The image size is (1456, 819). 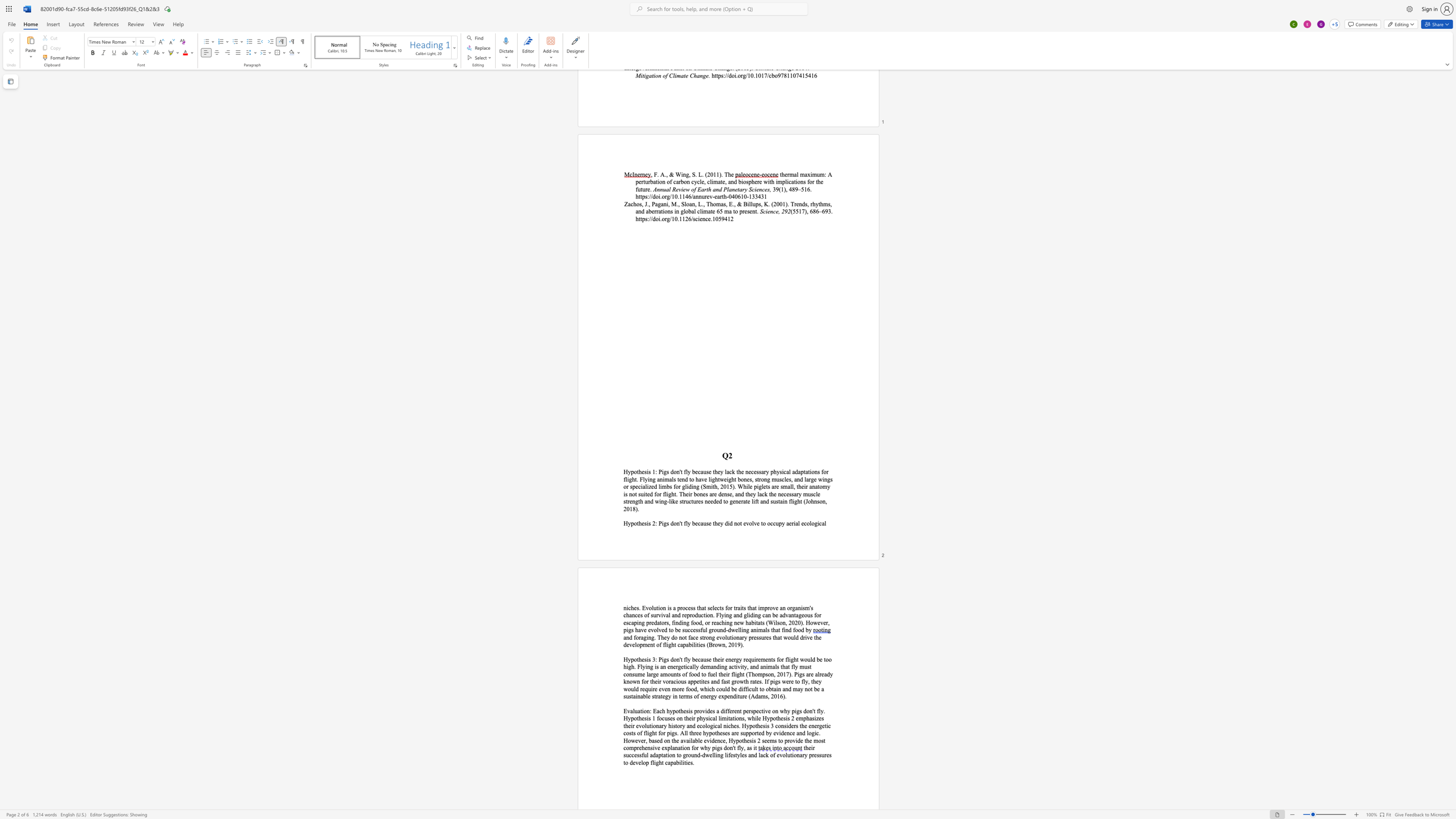 What do you see at coordinates (691, 710) in the screenshot?
I see `the 2th character "s" in the text` at bounding box center [691, 710].